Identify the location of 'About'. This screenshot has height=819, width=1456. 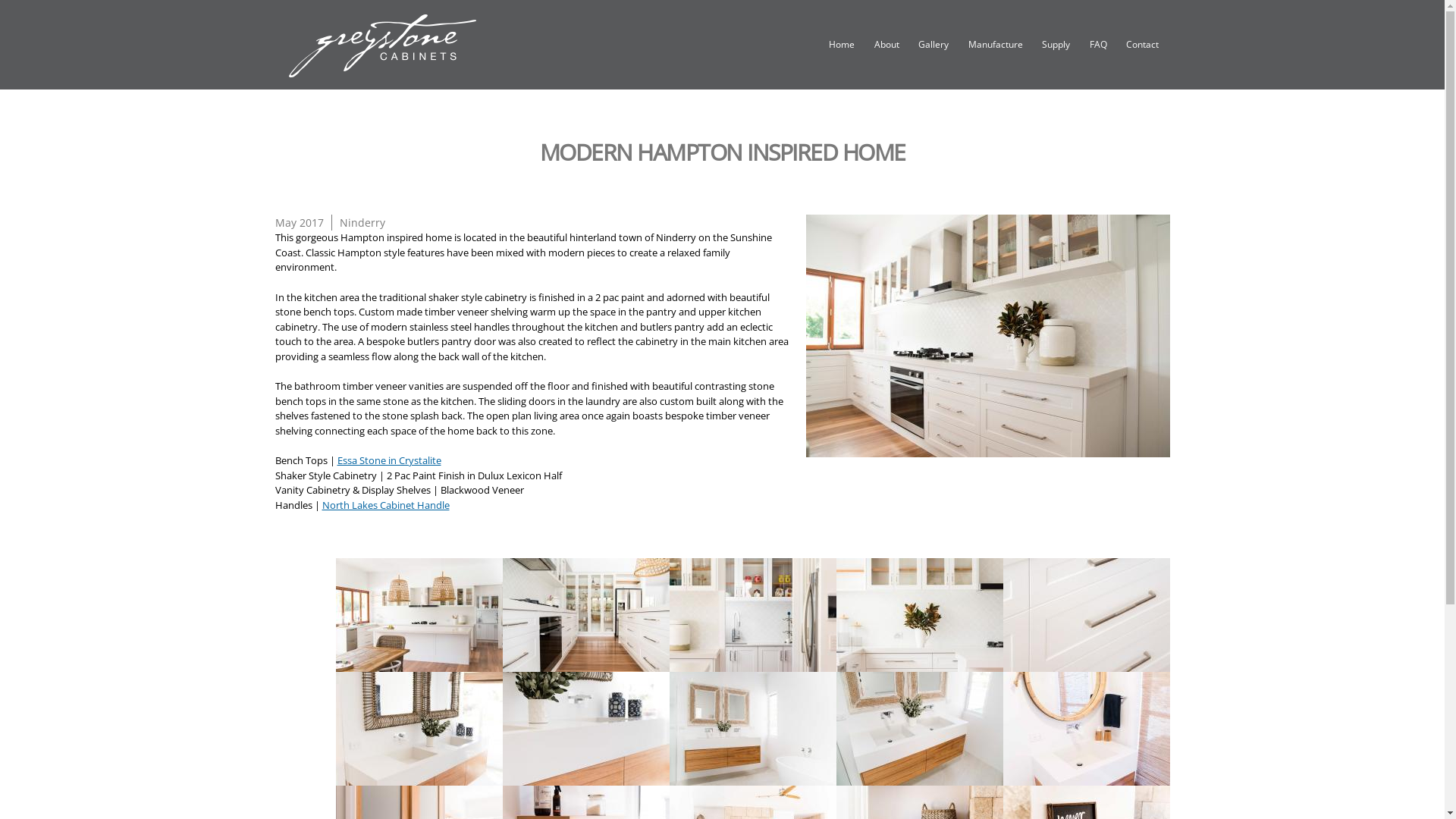
(886, 45).